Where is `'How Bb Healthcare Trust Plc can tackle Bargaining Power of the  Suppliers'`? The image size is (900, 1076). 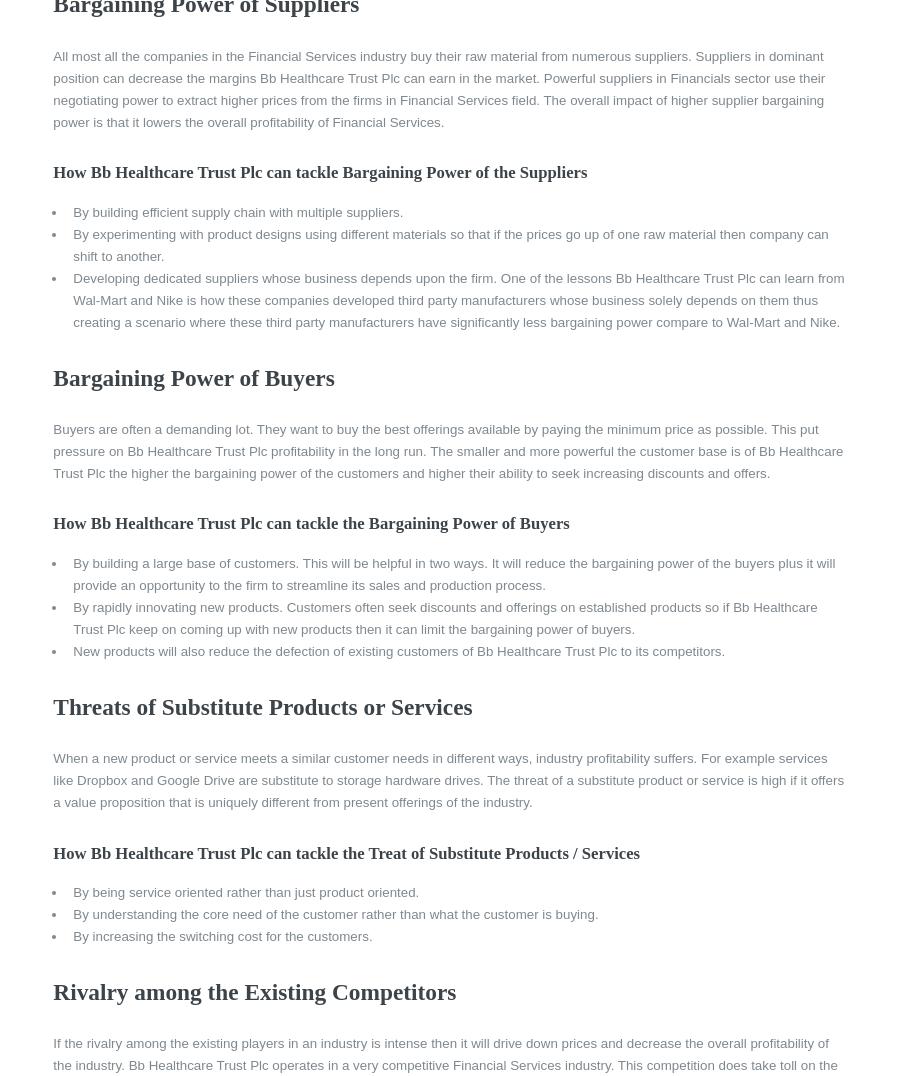
'How Bb Healthcare Trust Plc can tackle Bargaining Power of the  Suppliers' is located at coordinates (52, 172).